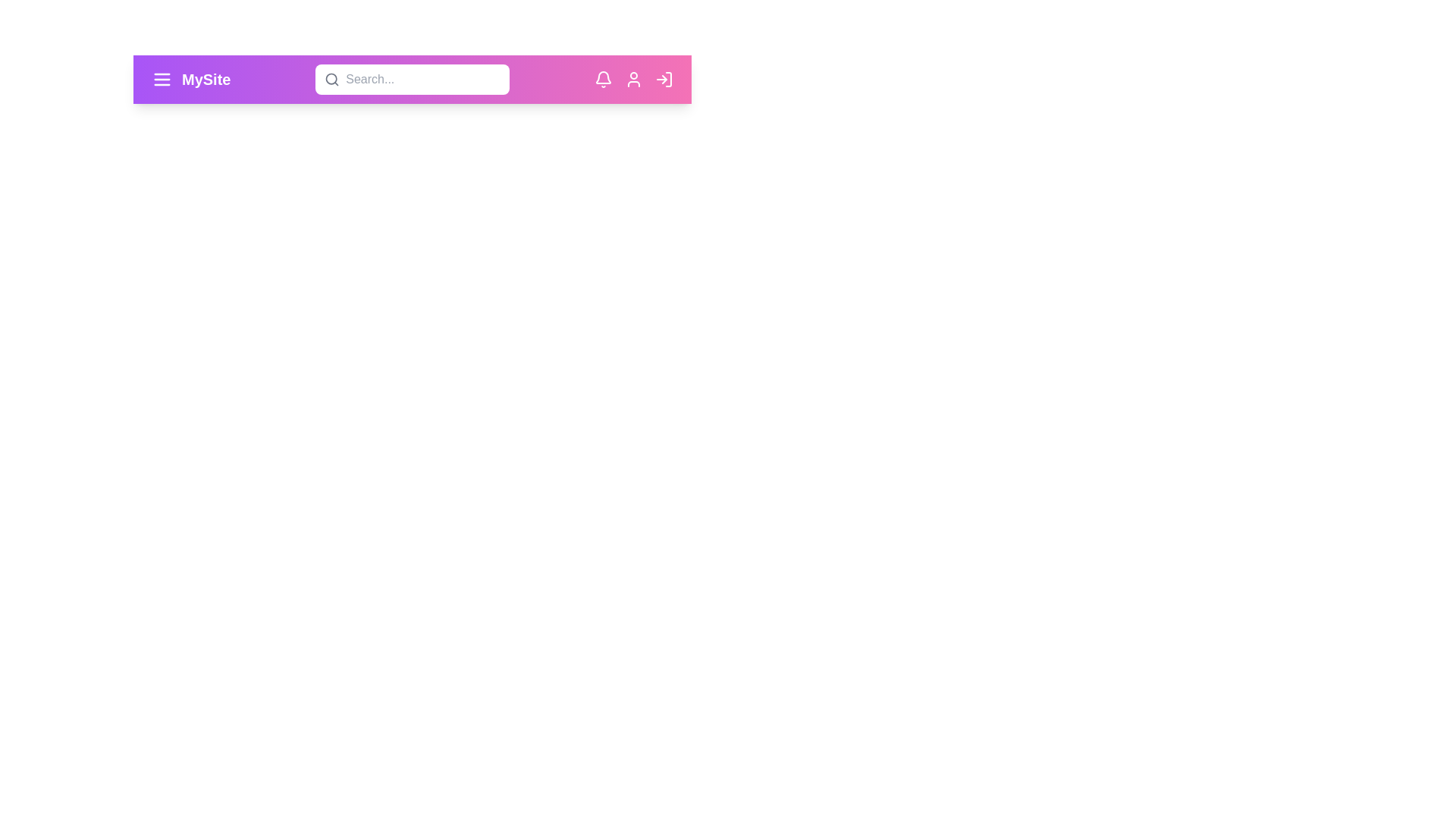 The image size is (1456, 819). Describe the element at coordinates (162, 79) in the screenshot. I see `the menu icon to open the menu` at that location.